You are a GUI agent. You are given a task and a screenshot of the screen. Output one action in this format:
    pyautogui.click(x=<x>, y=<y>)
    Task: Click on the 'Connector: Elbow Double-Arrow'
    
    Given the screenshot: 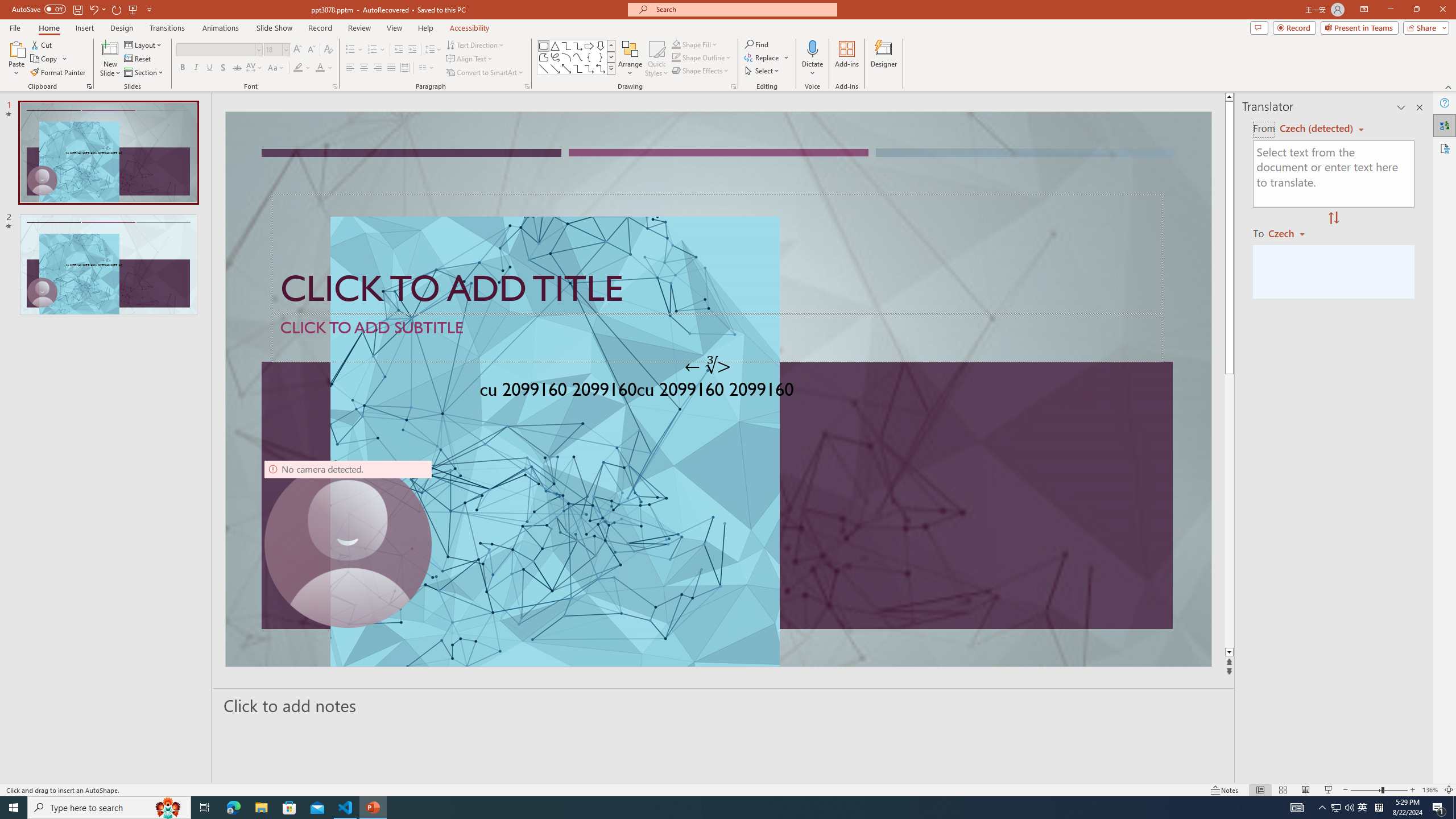 What is the action you would take?
    pyautogui.click(x=600, y=68)
    